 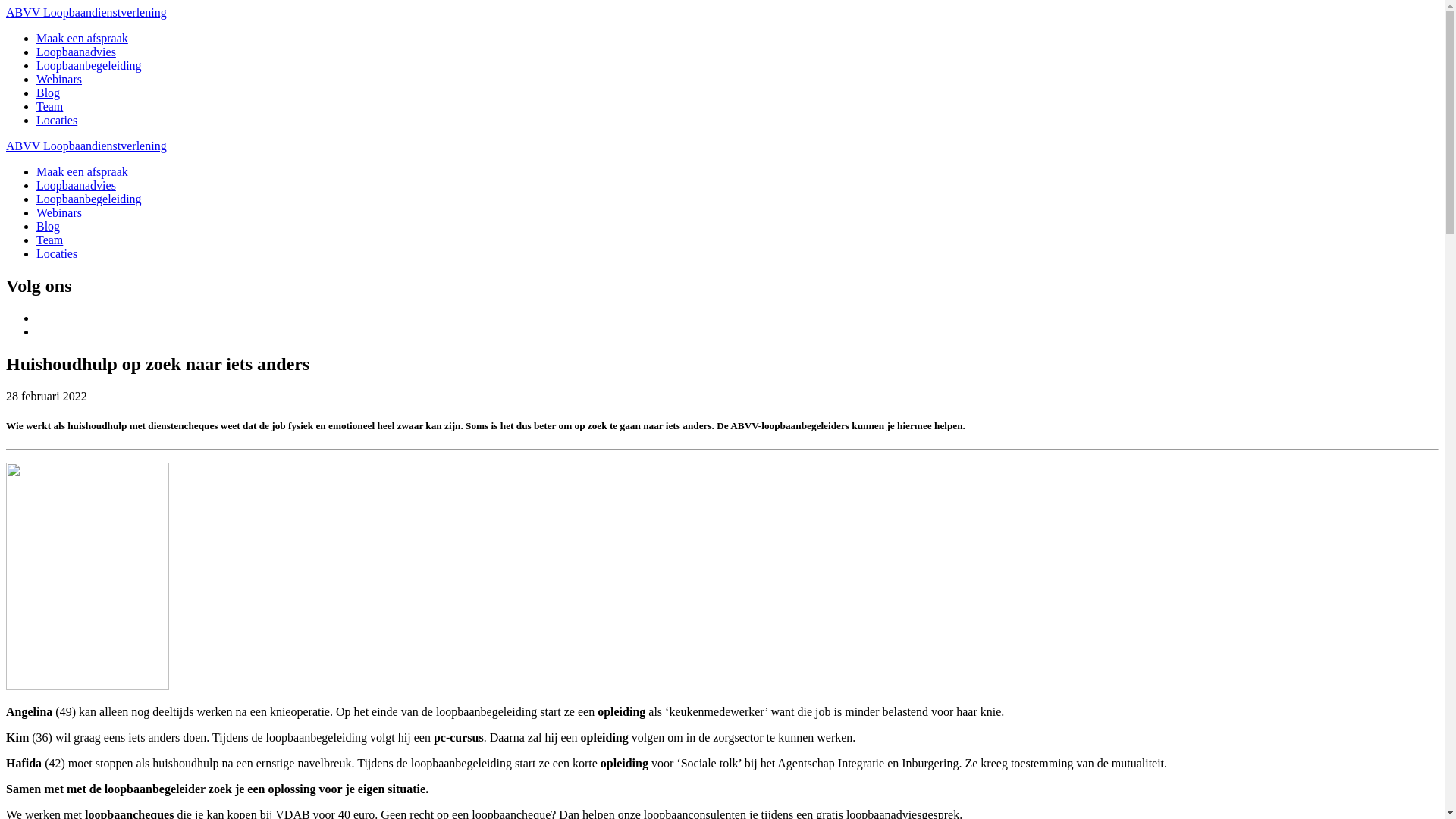 What do you see at coordinates (58, 212) in the screenshot?
I see `'Webinars'` at bounding box center [58, 212].